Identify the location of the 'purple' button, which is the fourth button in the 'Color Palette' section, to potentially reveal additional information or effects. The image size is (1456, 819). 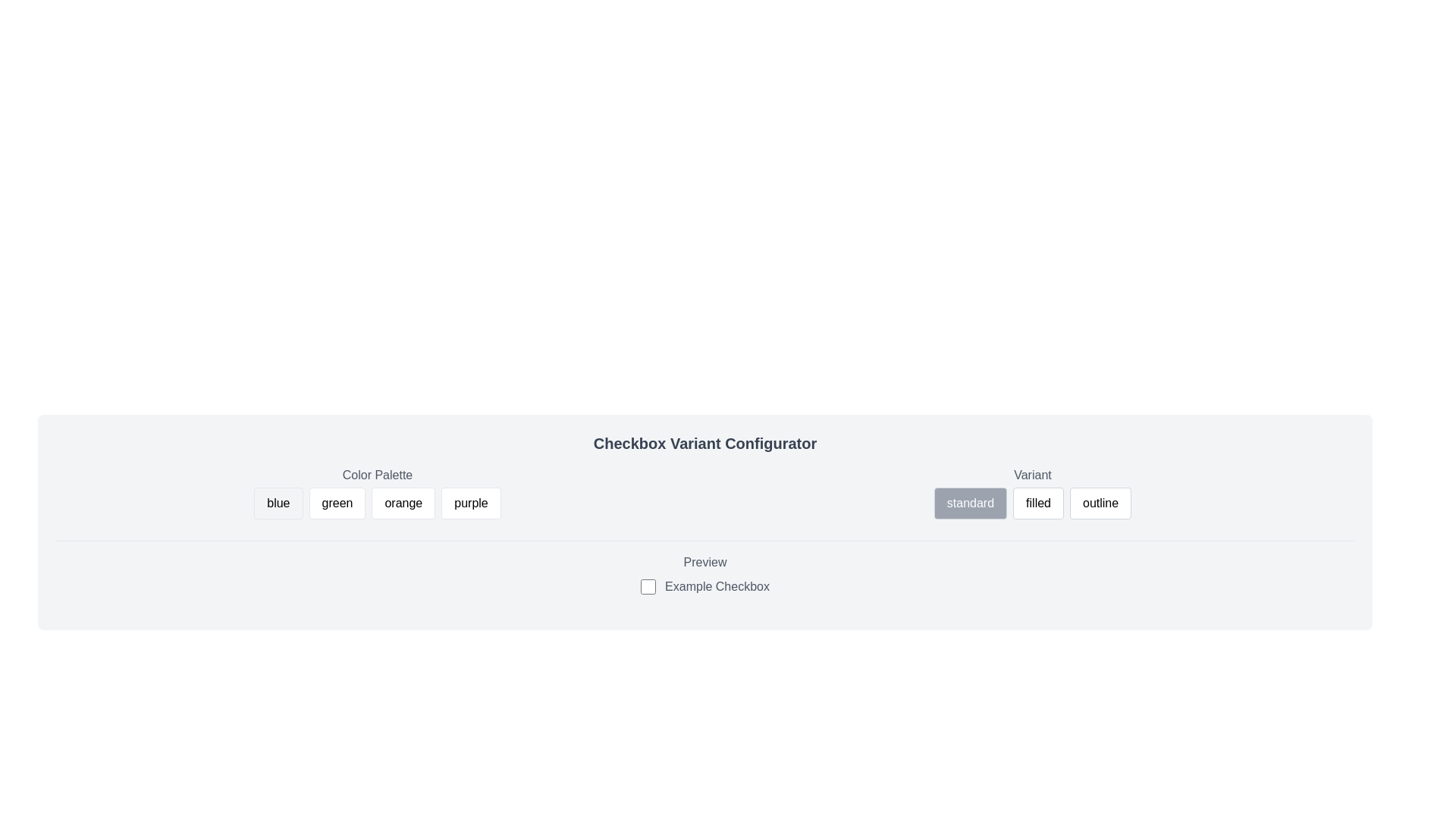
(470, 503).